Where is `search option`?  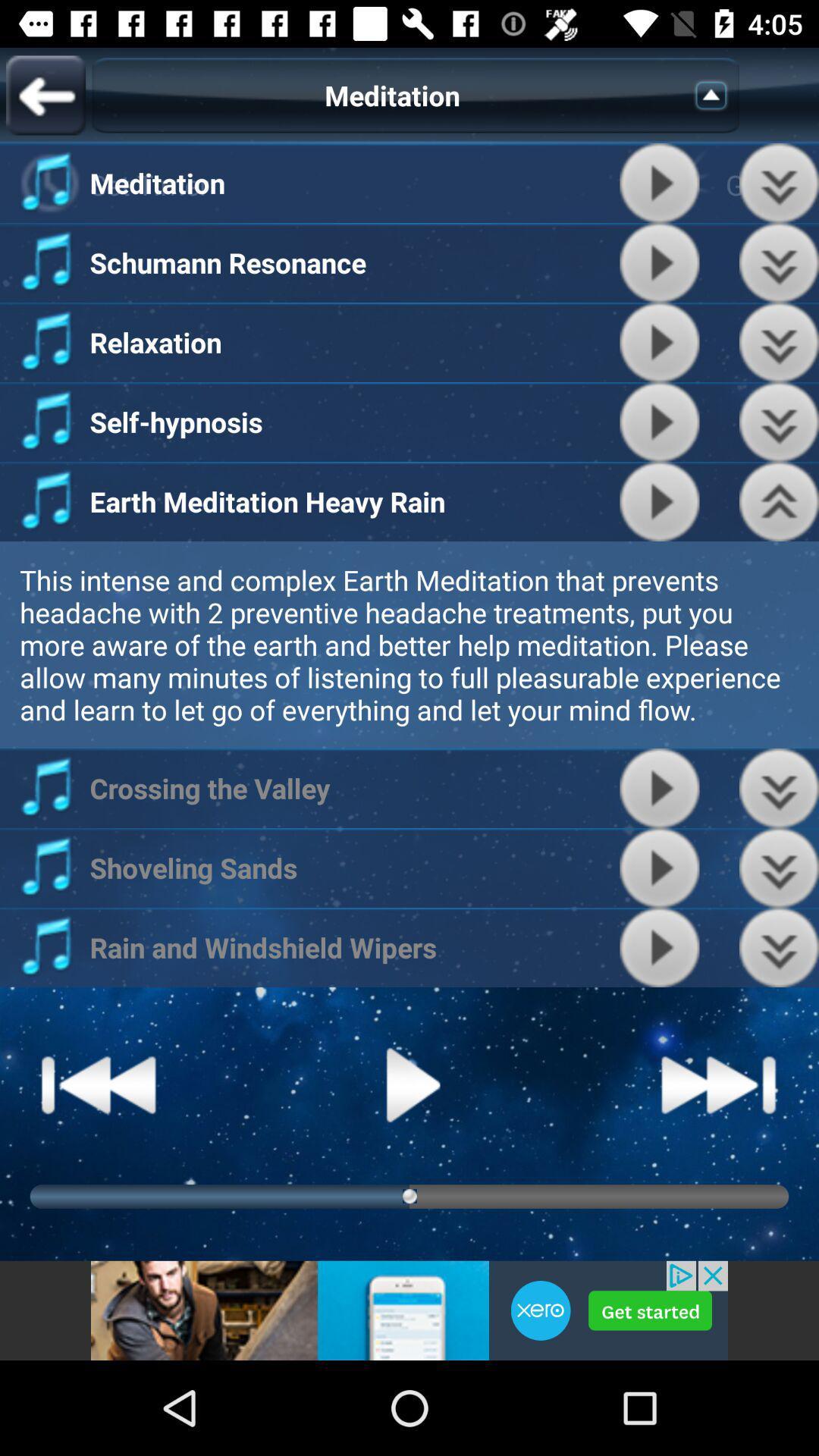
search option is located at coordinates (716, 94).